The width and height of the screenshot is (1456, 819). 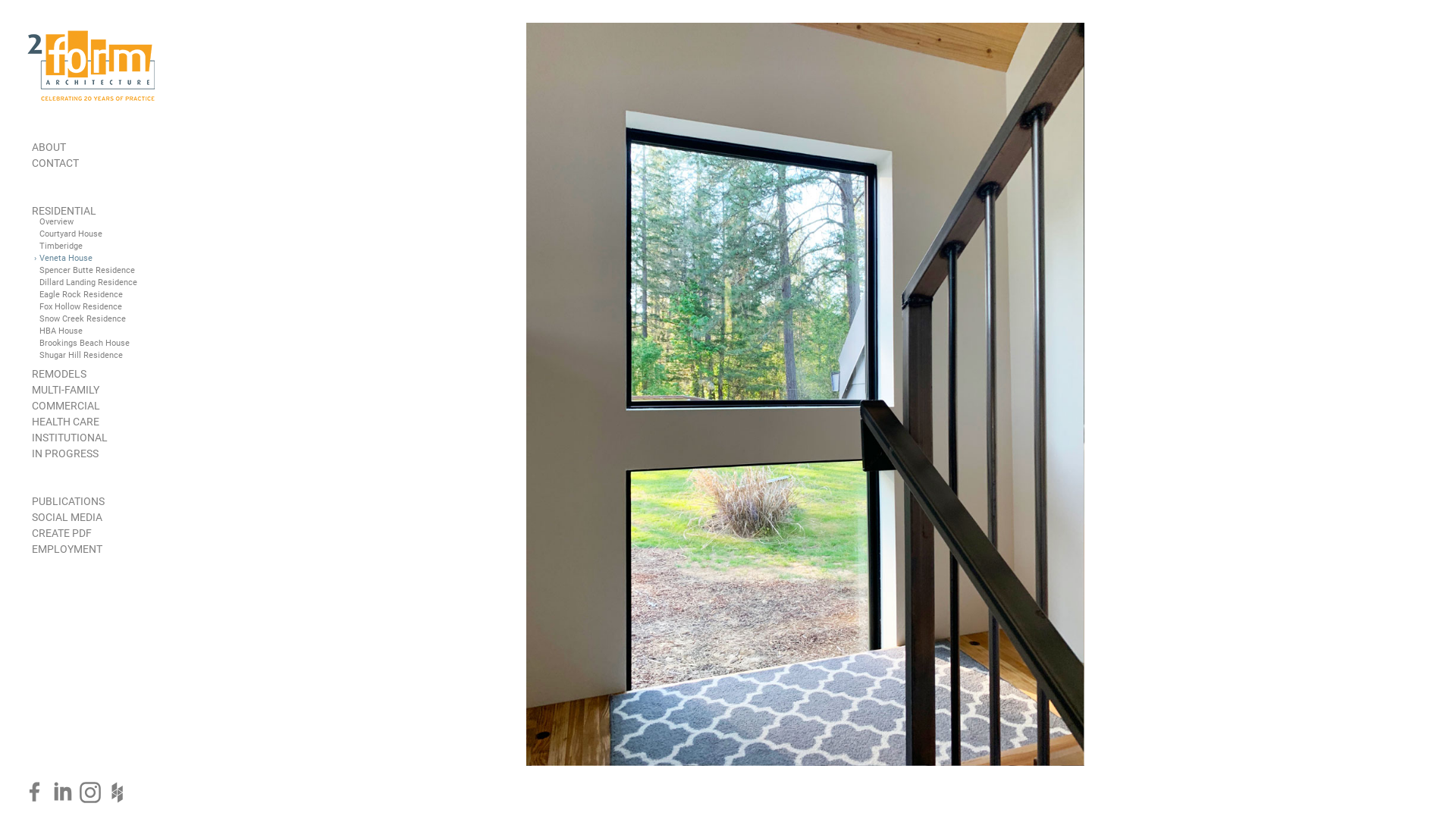 I want to click on 'Timberidge', so click(x=61, y=245).